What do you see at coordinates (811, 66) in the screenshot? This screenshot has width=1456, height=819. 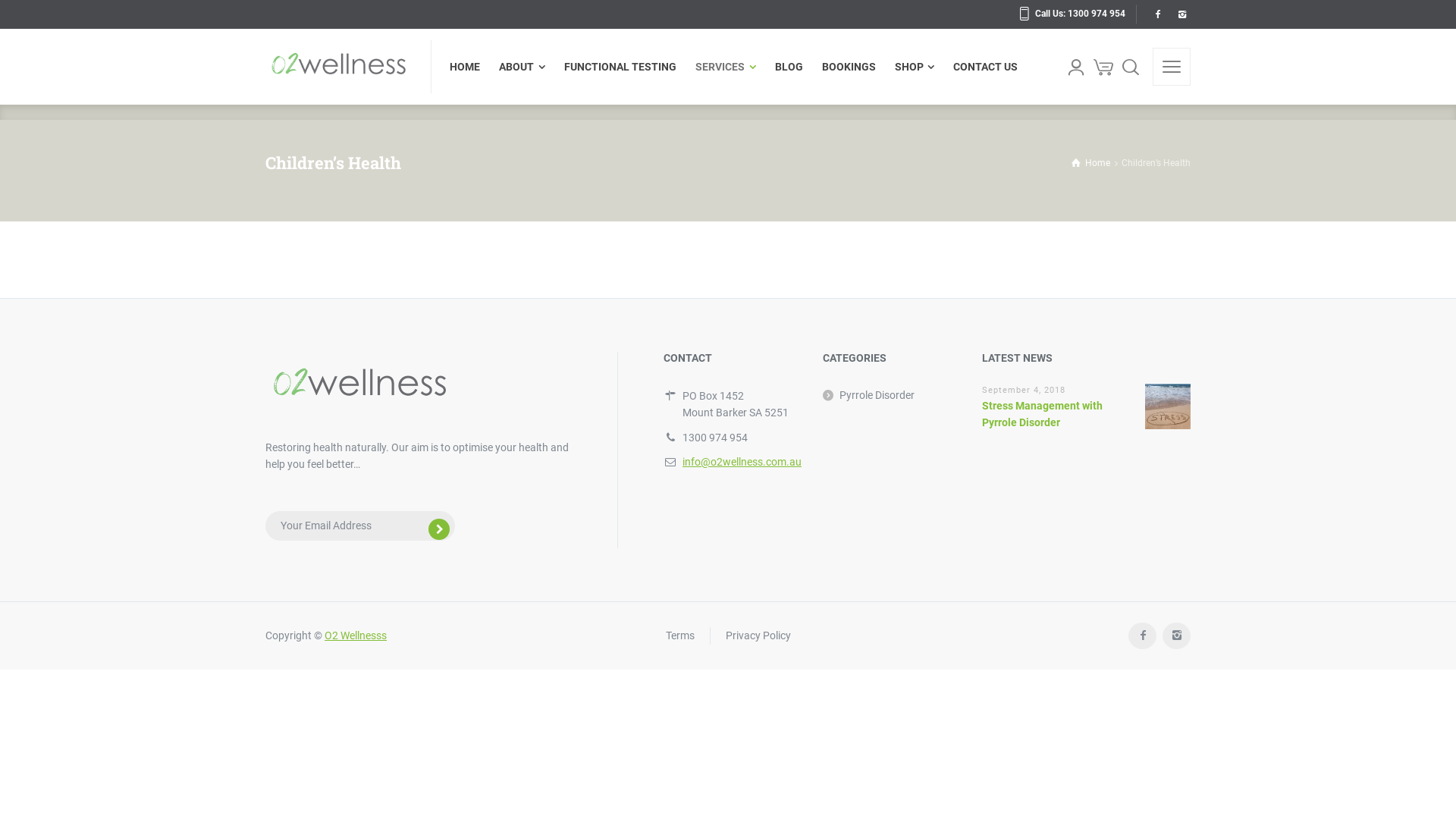 I see `'BOOKINGS'` at bounding box center [811, 66].